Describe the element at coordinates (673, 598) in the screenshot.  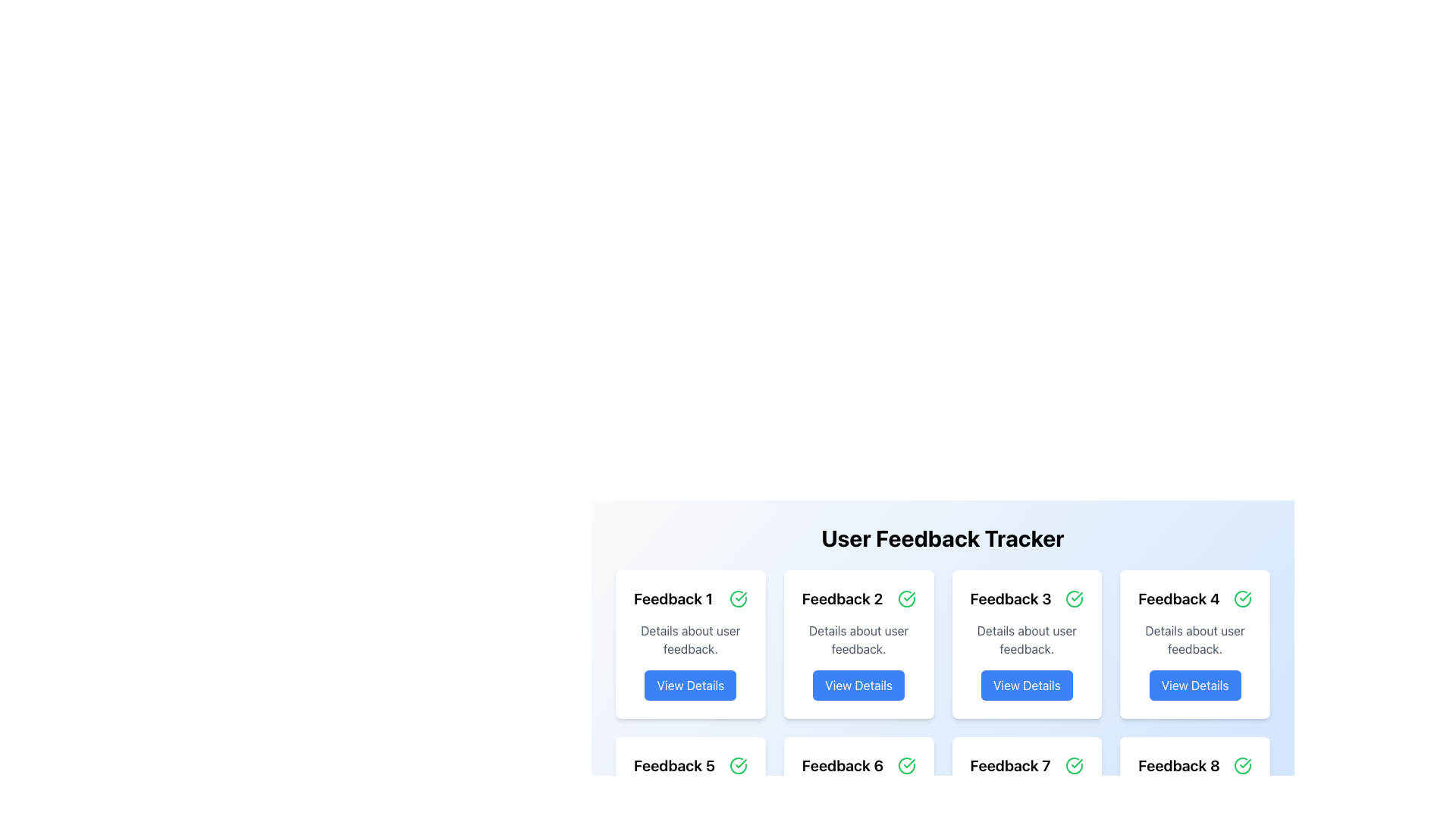
I see `the text label displaying 'Feedback 1', which is positioned in the top-left corner of the card layout` at that location.